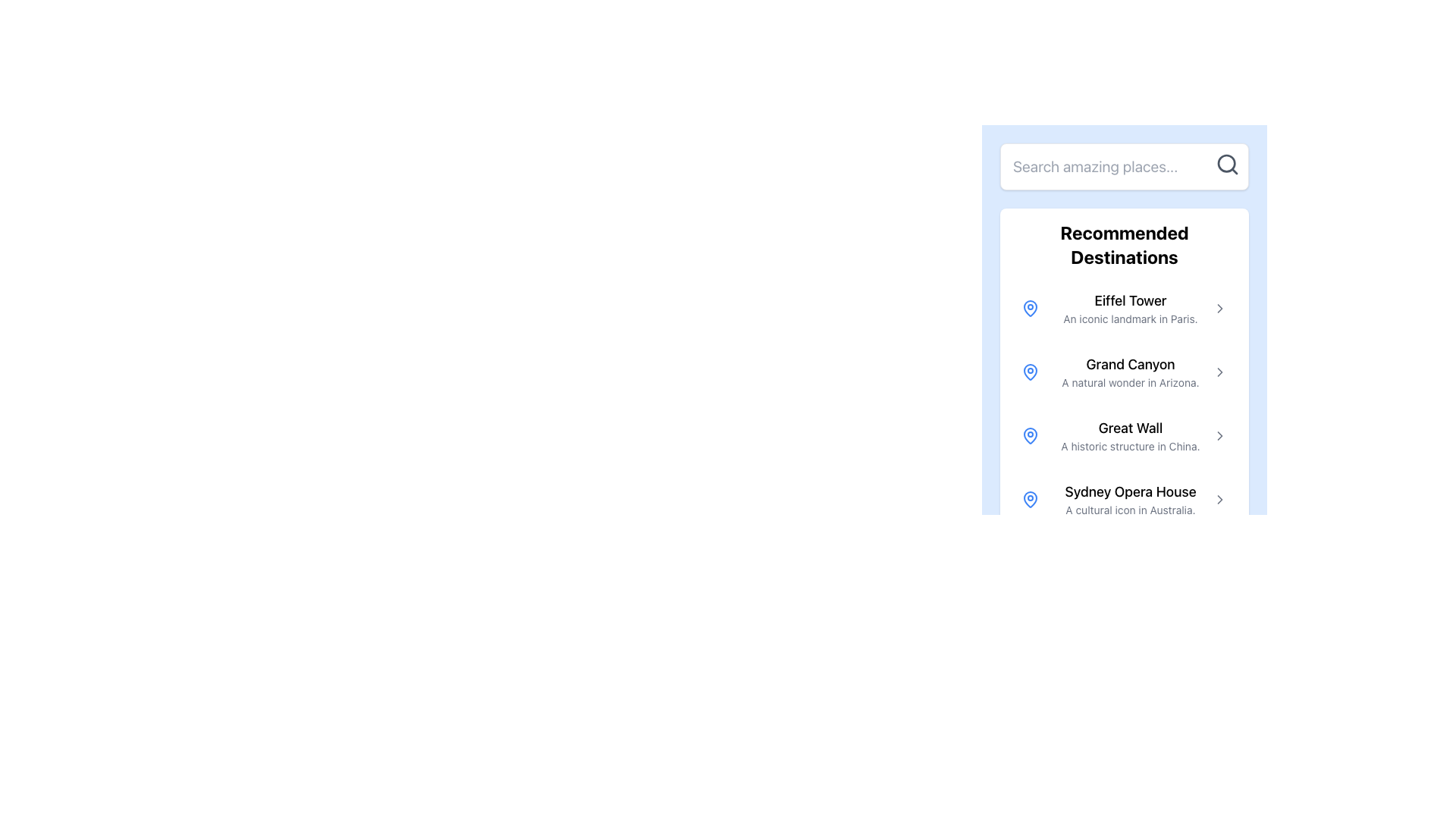 Image resolution: width=1456 pixels, height=819 pixels. I want to click on the right-facing chevron icon at the far-right side of the 'Sydney Opera House' list item in the 'Recommended Destinations' list, so click(1219, 500).